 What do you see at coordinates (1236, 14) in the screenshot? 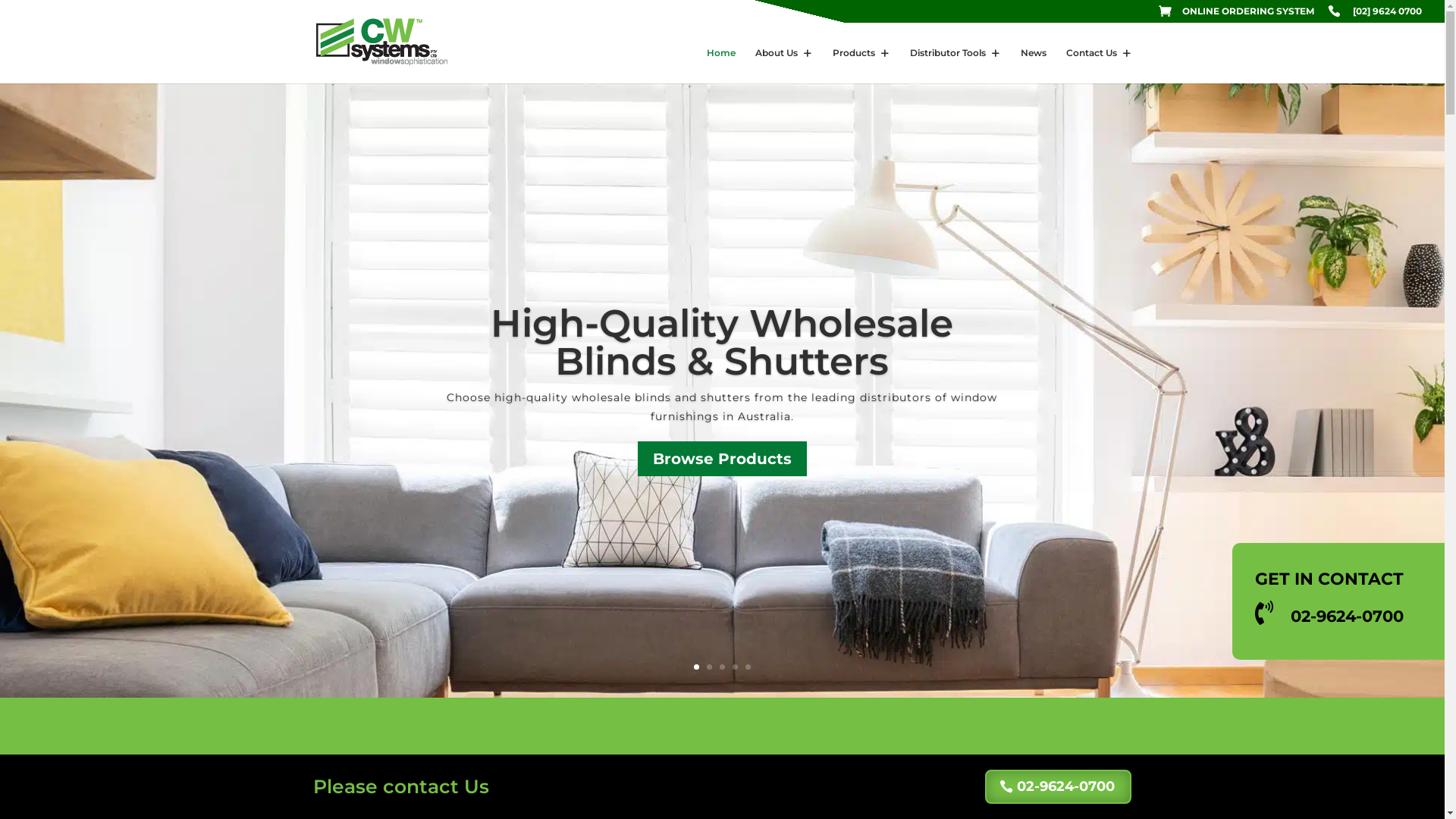
I see `'ONLINE ORDERING SYSTEM'` at bounding box center [1236, 14].